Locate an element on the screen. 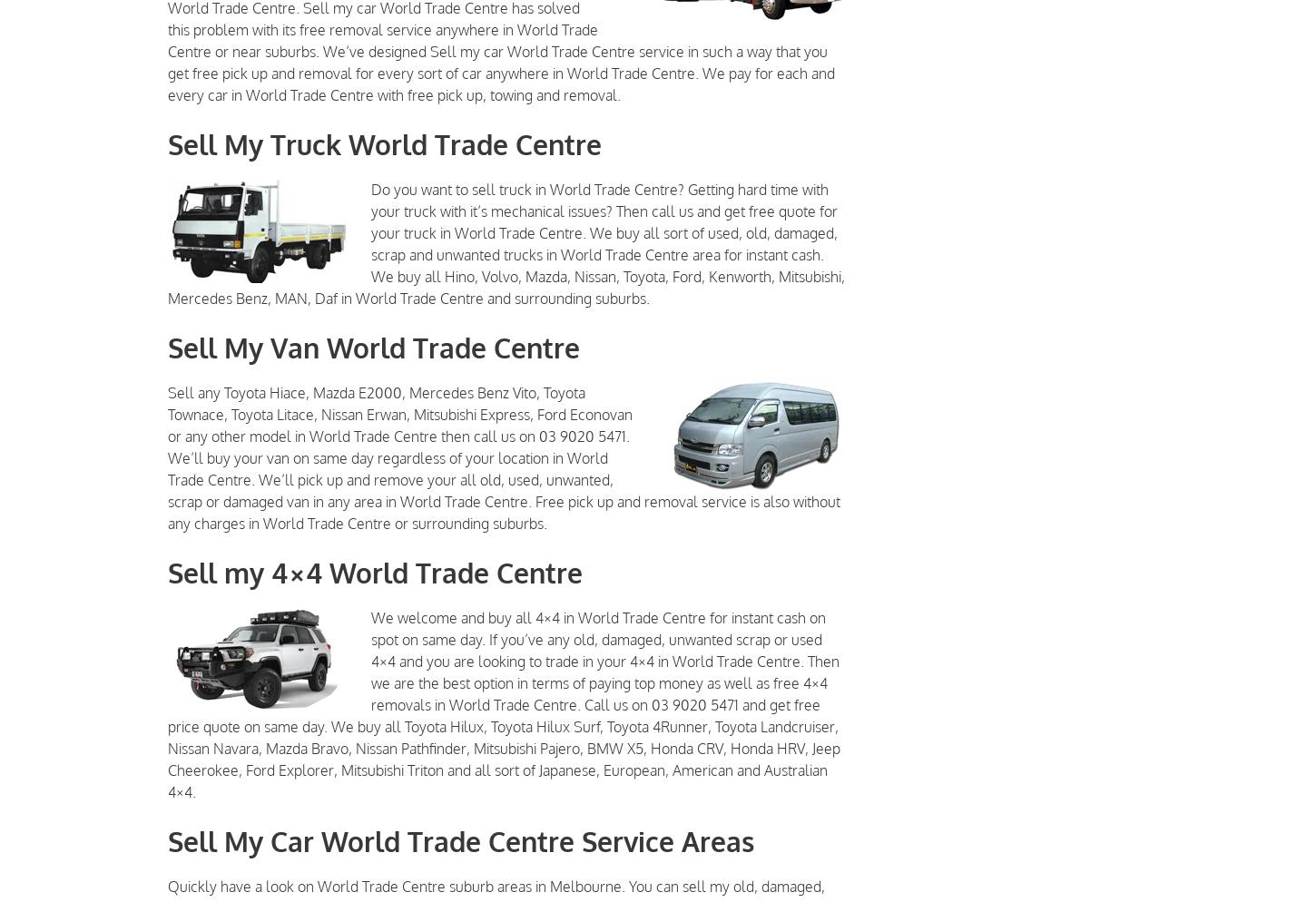  'CRV, Honda HRV, Jeep Cheerokee, Ford Explorer, Mitsubishi Triton and all sort of Japanese, European, American and Australian 4×4.' is located at coordinates (504, 769).